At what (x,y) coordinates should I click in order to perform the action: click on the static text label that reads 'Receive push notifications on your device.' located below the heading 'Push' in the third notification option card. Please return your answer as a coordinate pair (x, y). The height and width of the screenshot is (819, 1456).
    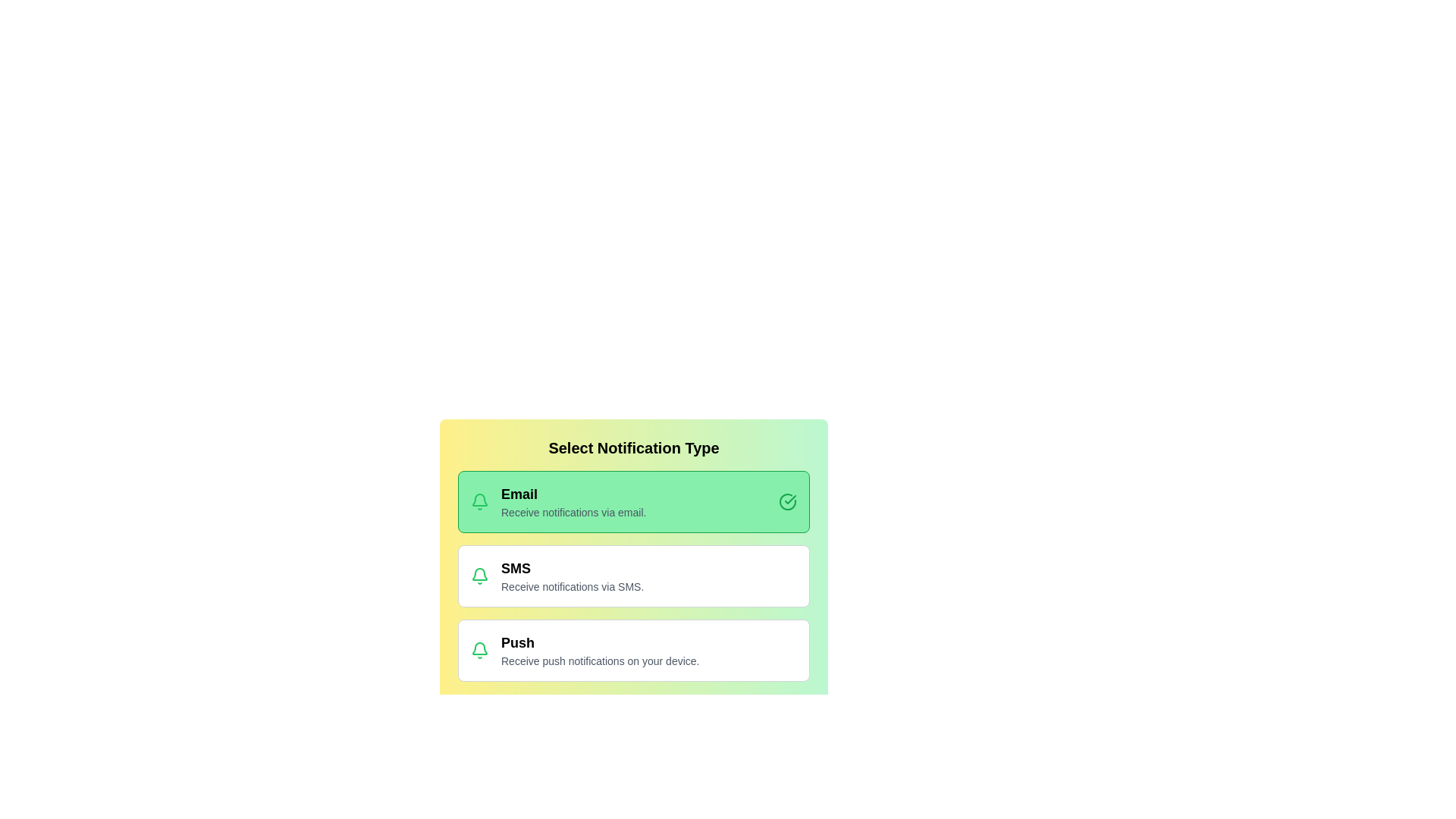
    Looking at the image, I should click on (648, 660).